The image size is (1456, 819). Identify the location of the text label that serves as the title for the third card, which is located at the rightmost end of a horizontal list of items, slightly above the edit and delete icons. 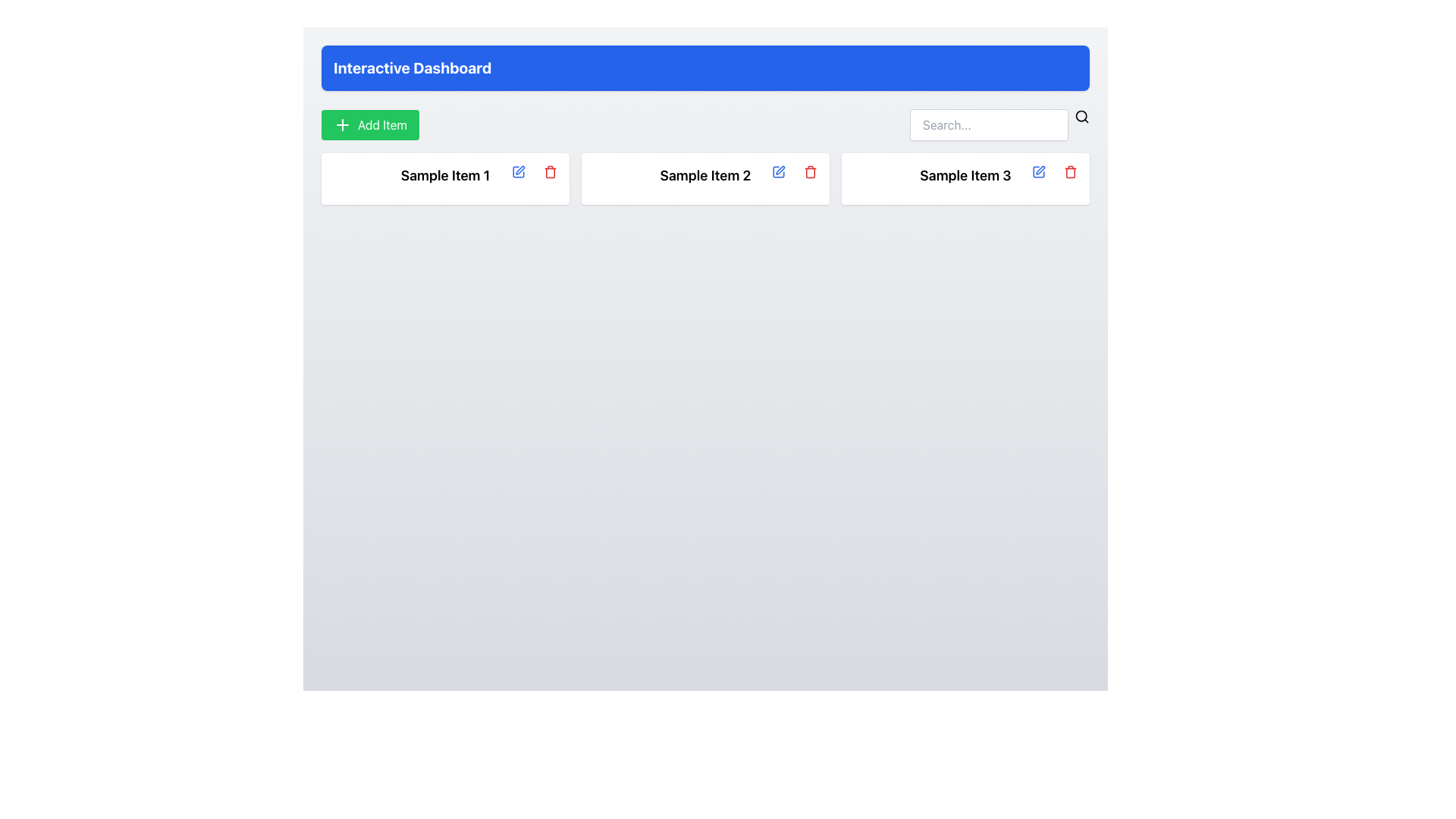
(965, 174).